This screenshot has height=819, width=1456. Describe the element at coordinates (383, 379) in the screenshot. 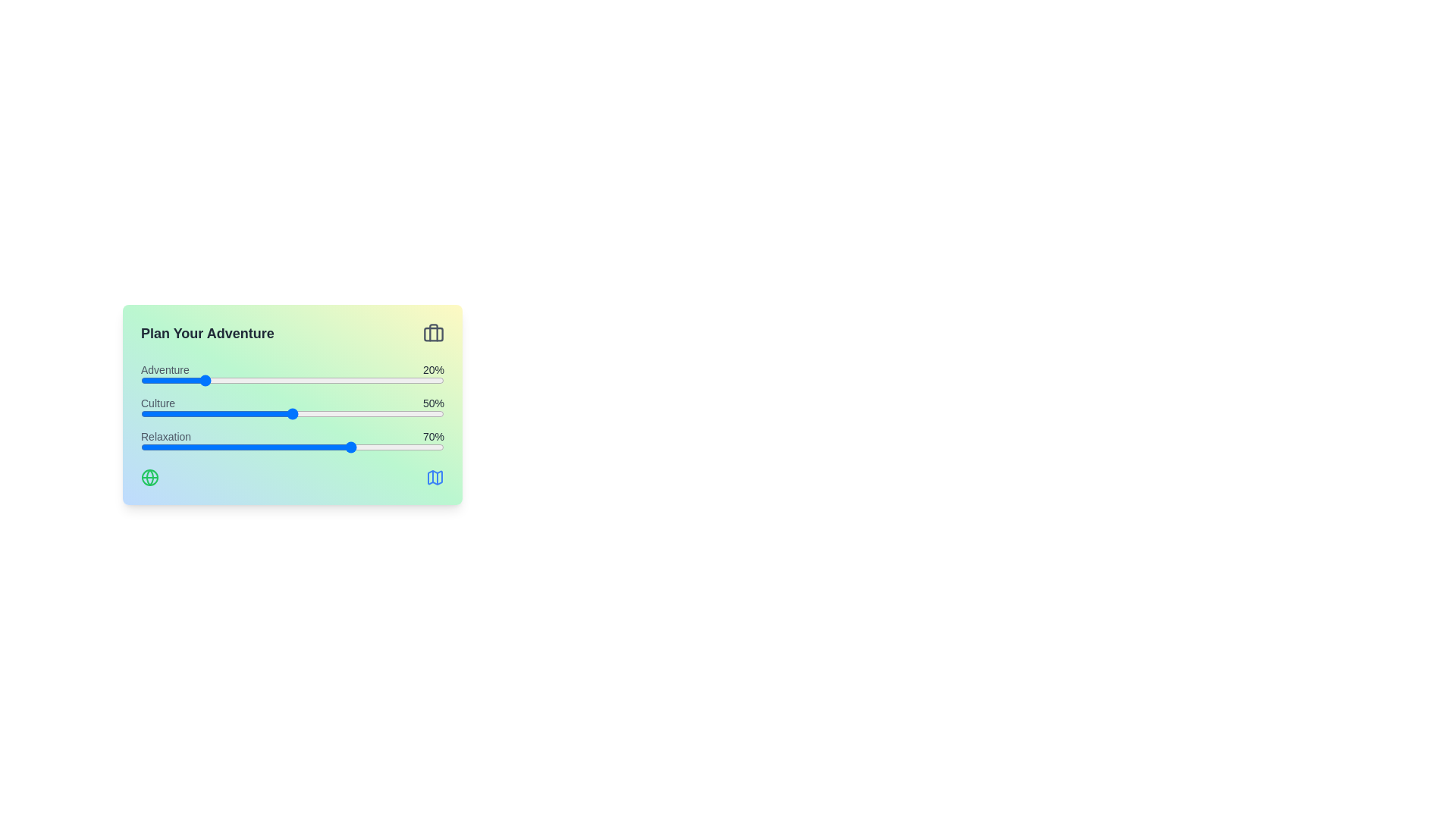

I see `the 'Adventure' slider to 80%` at that location.